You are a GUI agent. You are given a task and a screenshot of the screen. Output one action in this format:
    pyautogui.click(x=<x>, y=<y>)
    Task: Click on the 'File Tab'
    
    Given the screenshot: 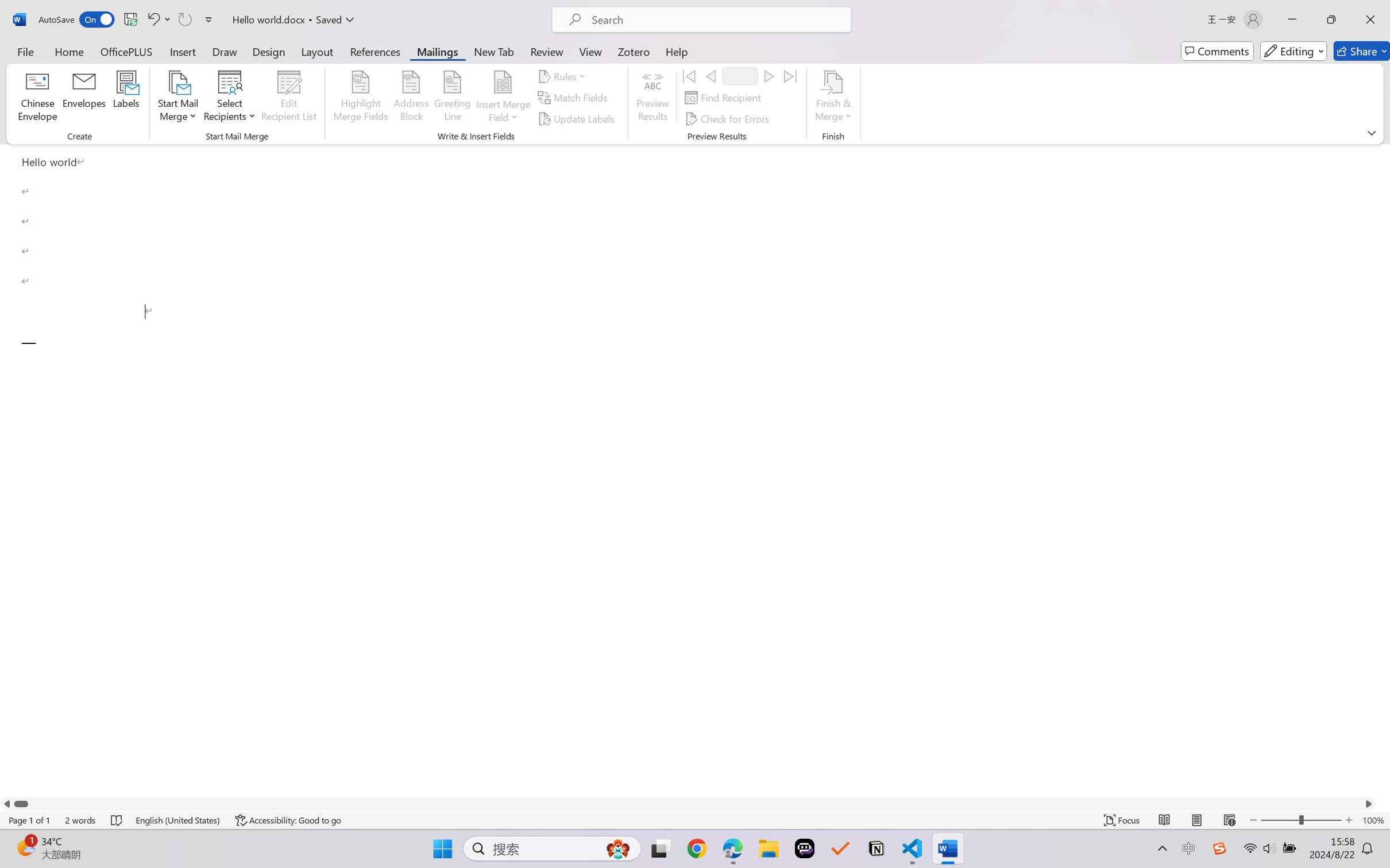 What is the action you would take?
    pyautogui.click(x=25, y=51)
    